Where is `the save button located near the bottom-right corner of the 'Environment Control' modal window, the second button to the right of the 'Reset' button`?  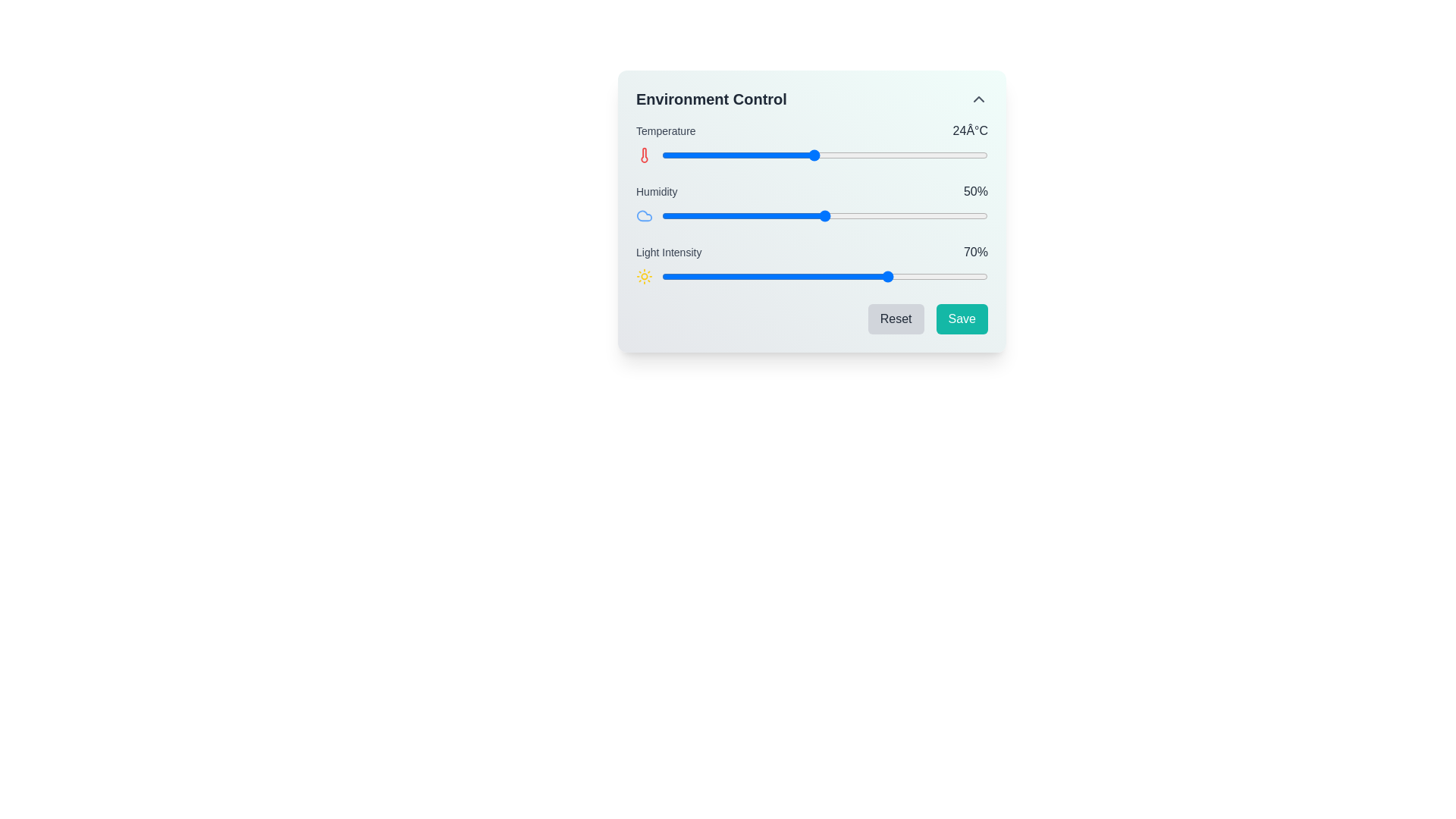 the save button located near the bottom-right corner of the 'Environment Control' modal window, the second button to the right of the 'Reset' button is located at coordinates (961, 318).